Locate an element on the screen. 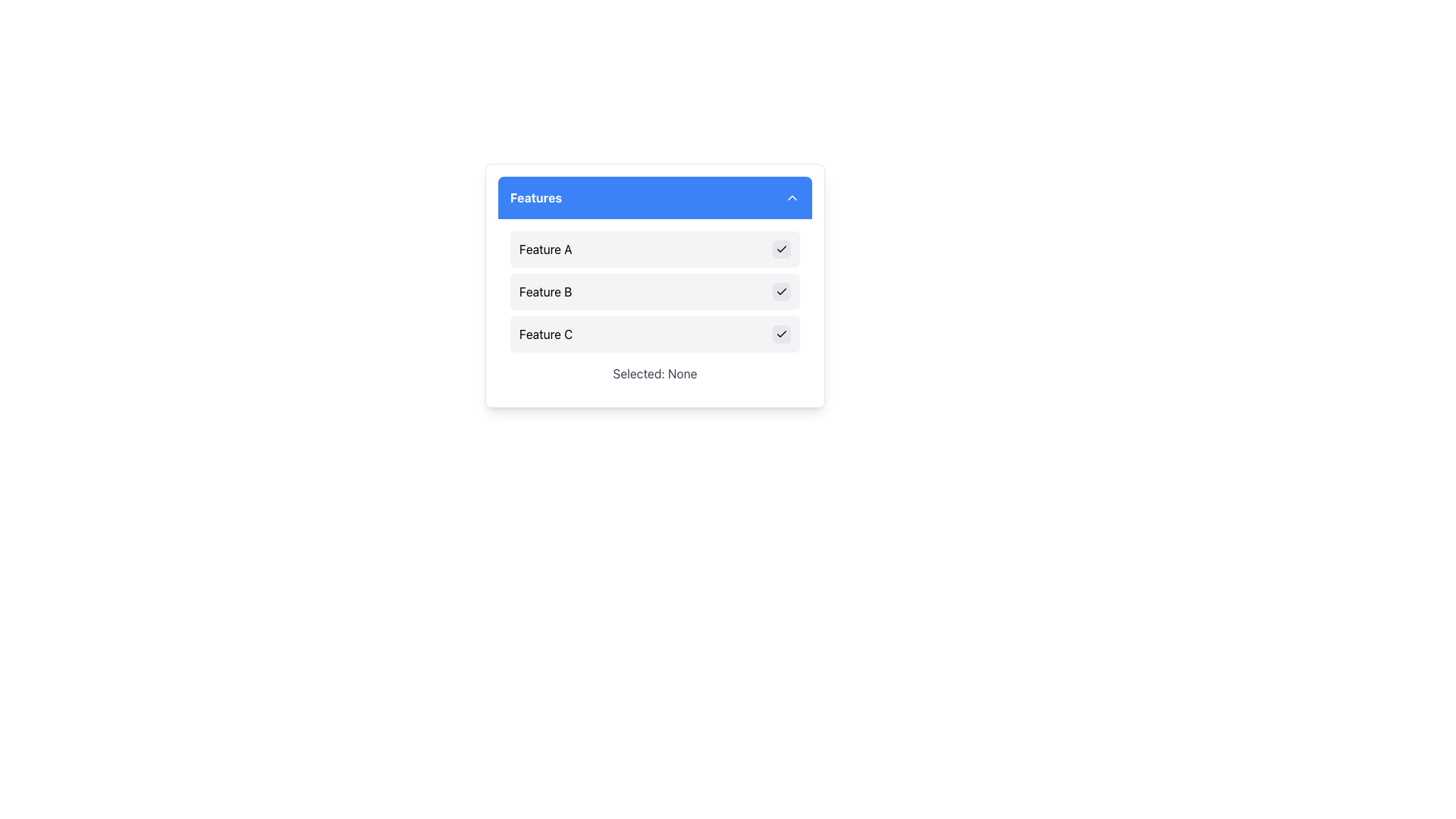  the Text label that serves as a title for its section, located to the left of an icon is located at coordinates (536, 197).